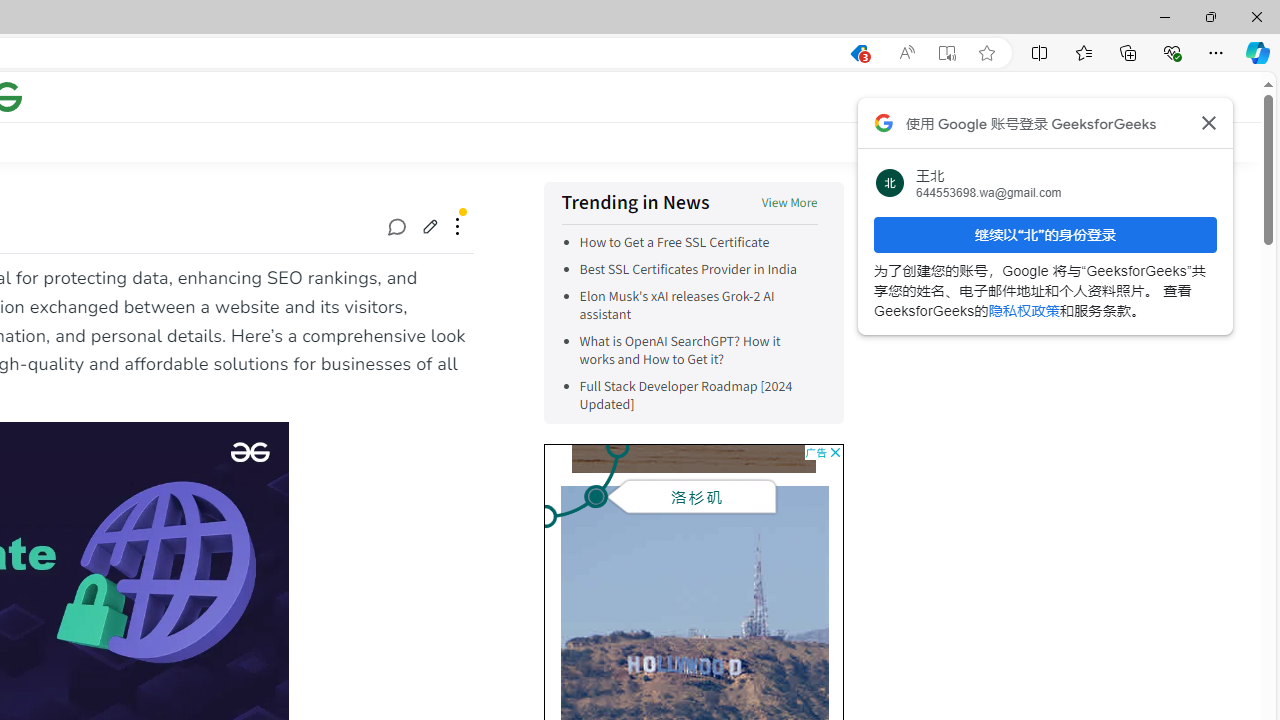  What do you see at coordinates (788, 203) in the screenshot?
I see `'View More'` at bounding box center [788, 203].